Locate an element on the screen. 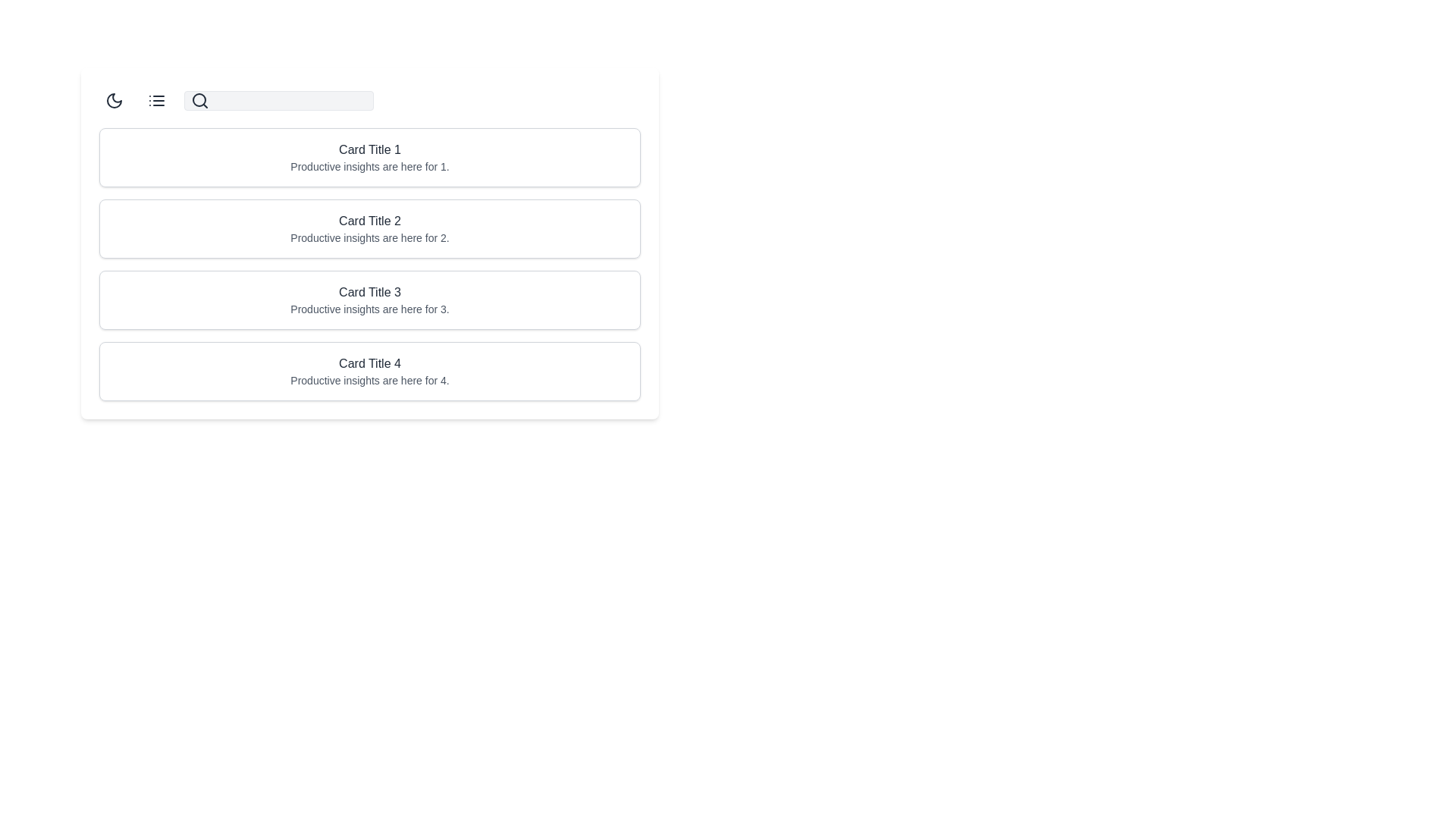 Image resolution: width=1456 pixels, height=819 pixels. the second card item in the list which displays a title and a short description is located at coordinates (370, 263).